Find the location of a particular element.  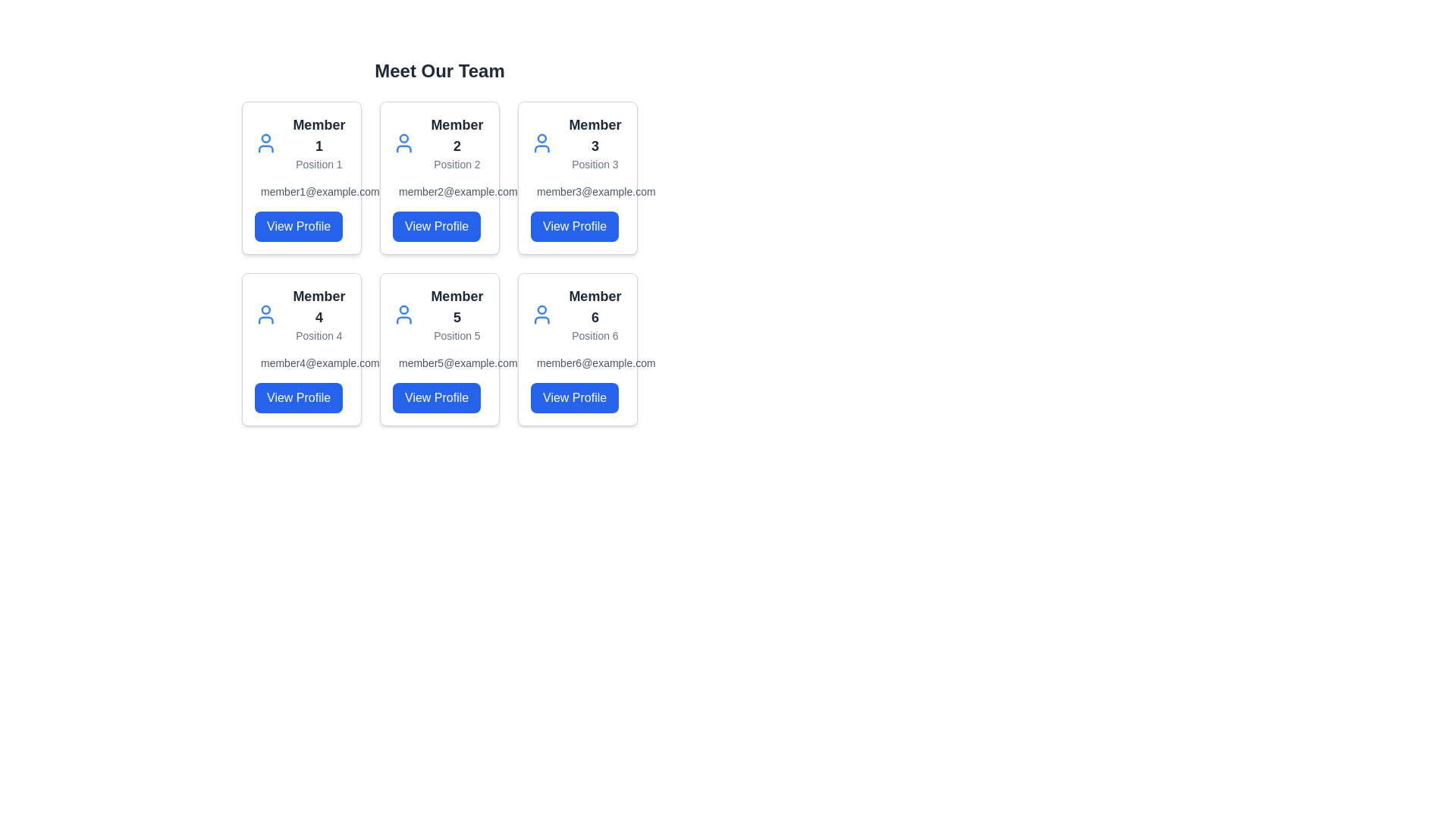

descriptive text label located in the second row under the card titled 'Member 4' is located at coordinates (318, 335).